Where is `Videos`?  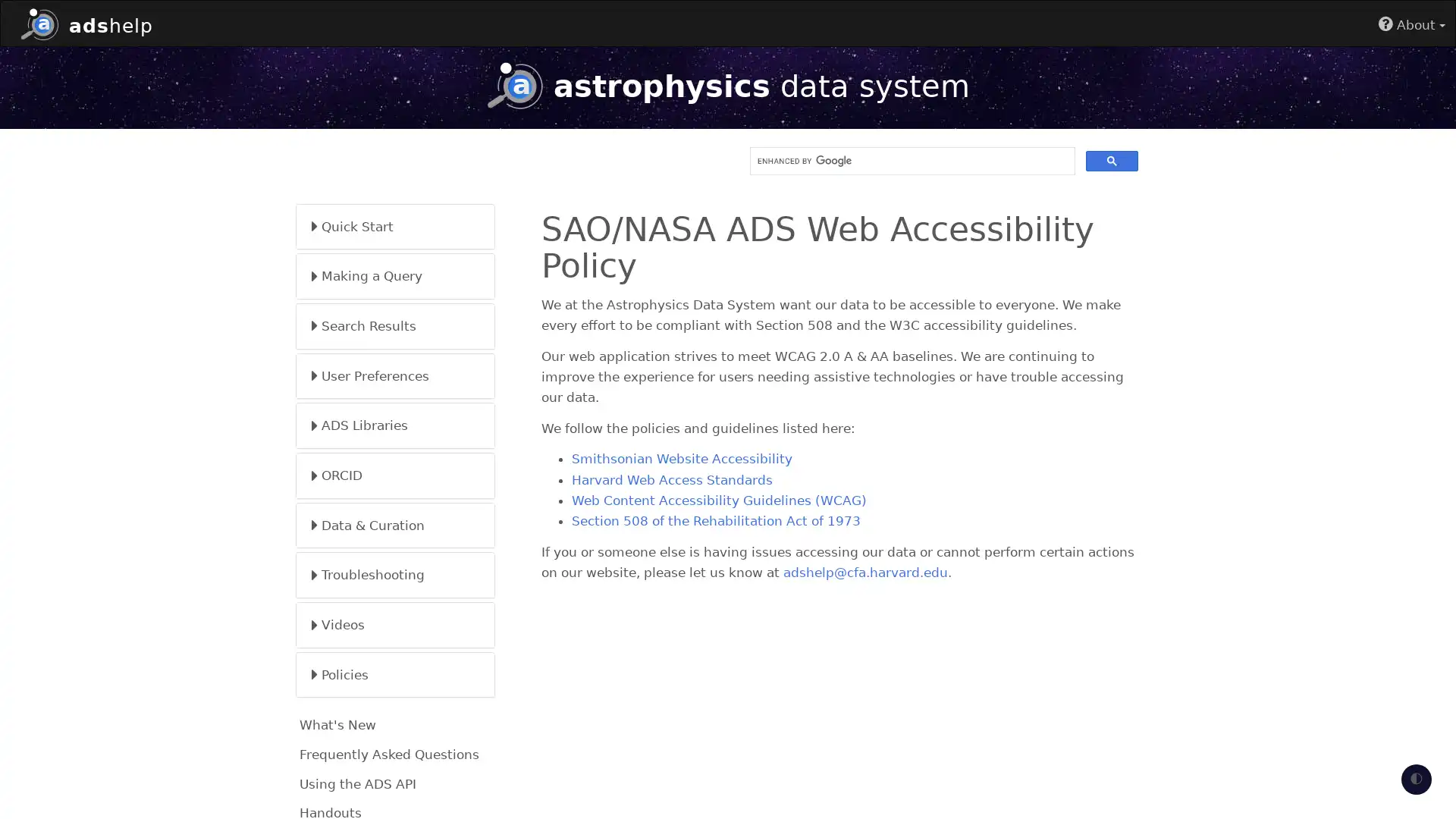
Videos is located at coordinates (395, 625).